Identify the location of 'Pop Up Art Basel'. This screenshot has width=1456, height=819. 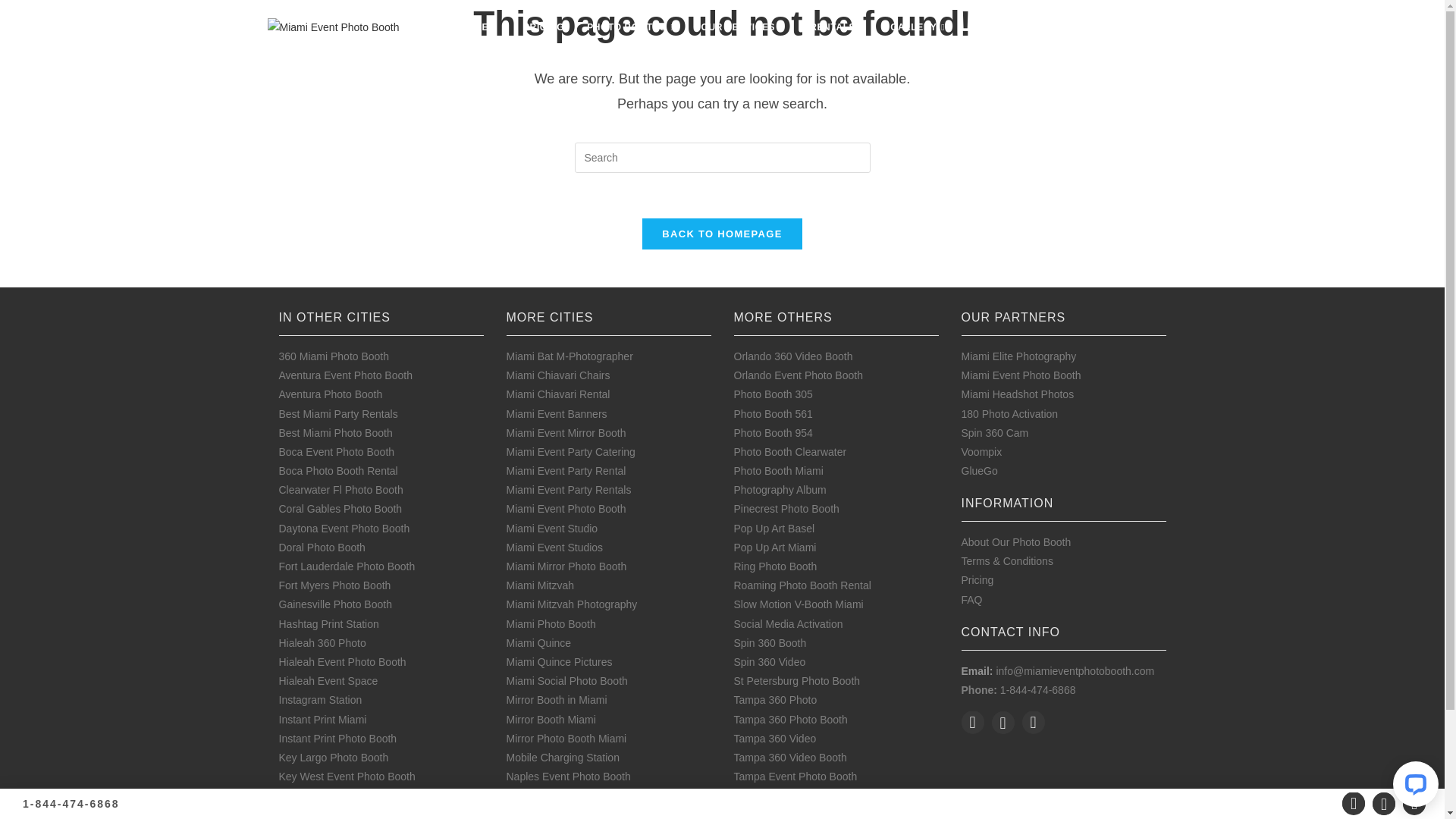
(774, 528).